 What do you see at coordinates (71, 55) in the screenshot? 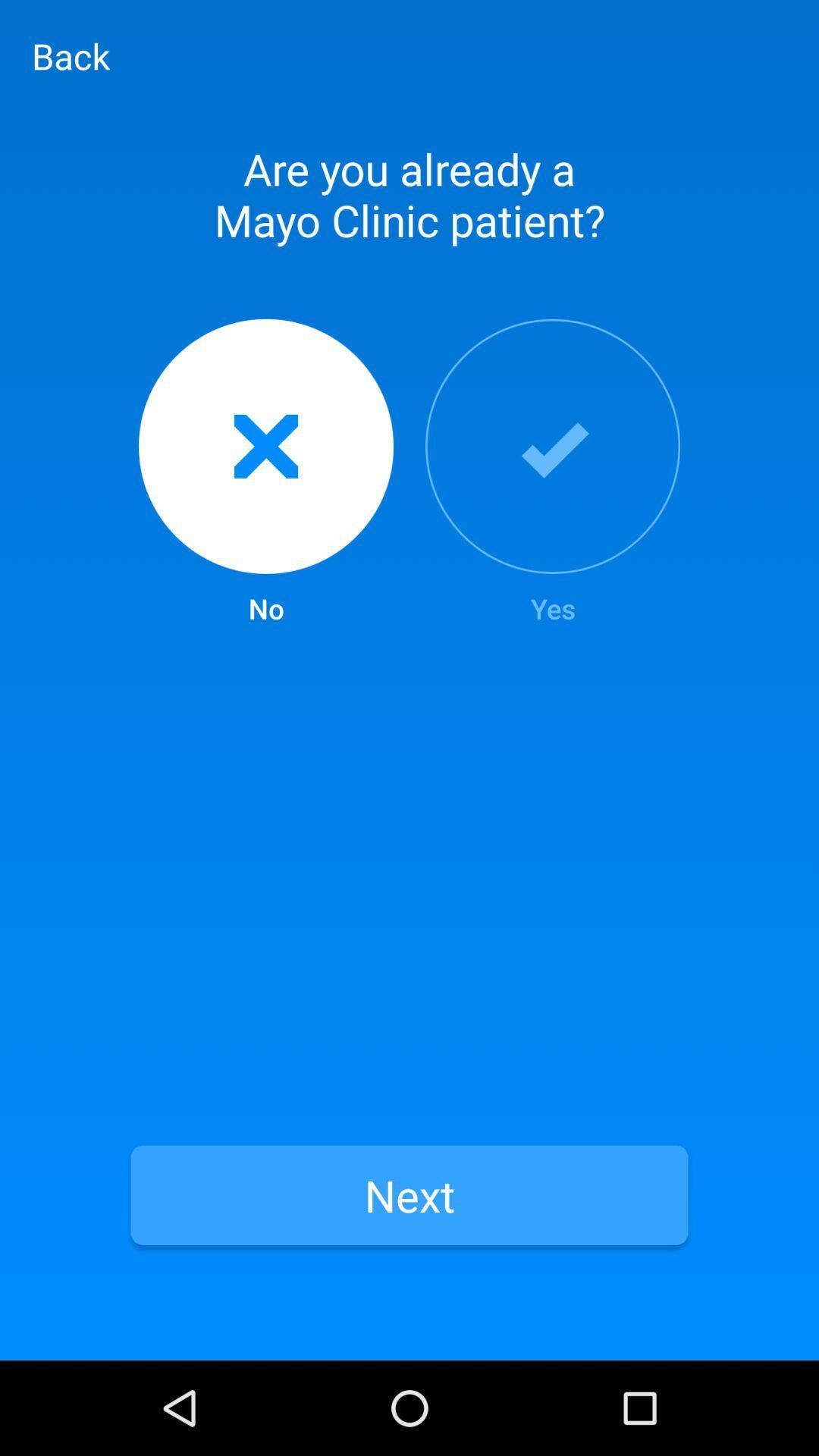
I see `the back` at bounding box center [71, 55].